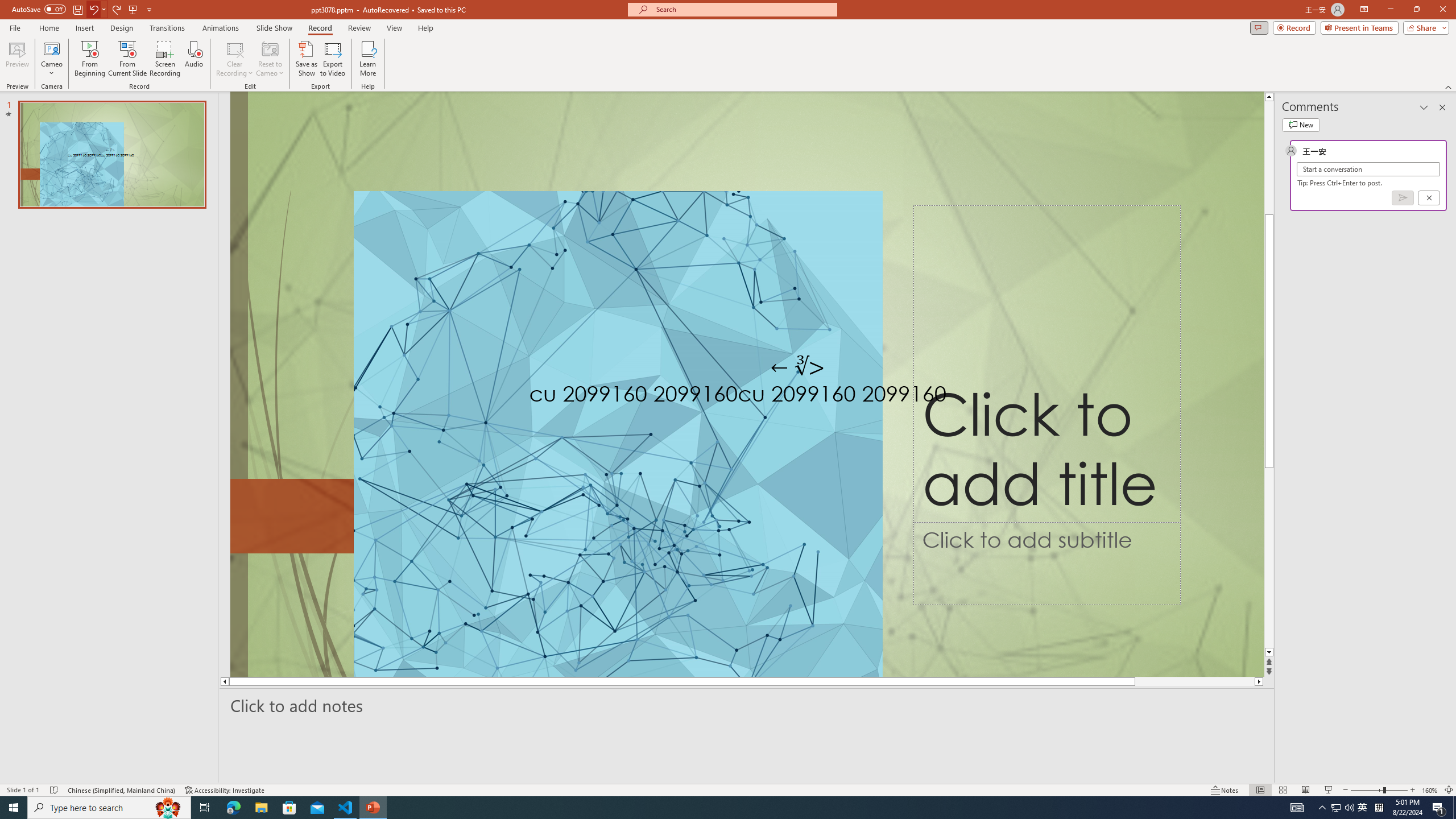 The image size is (1456, 819). Describe the element at coordinates (807, 396) in the screenshot. I see `'TextBox 61'` at that location.